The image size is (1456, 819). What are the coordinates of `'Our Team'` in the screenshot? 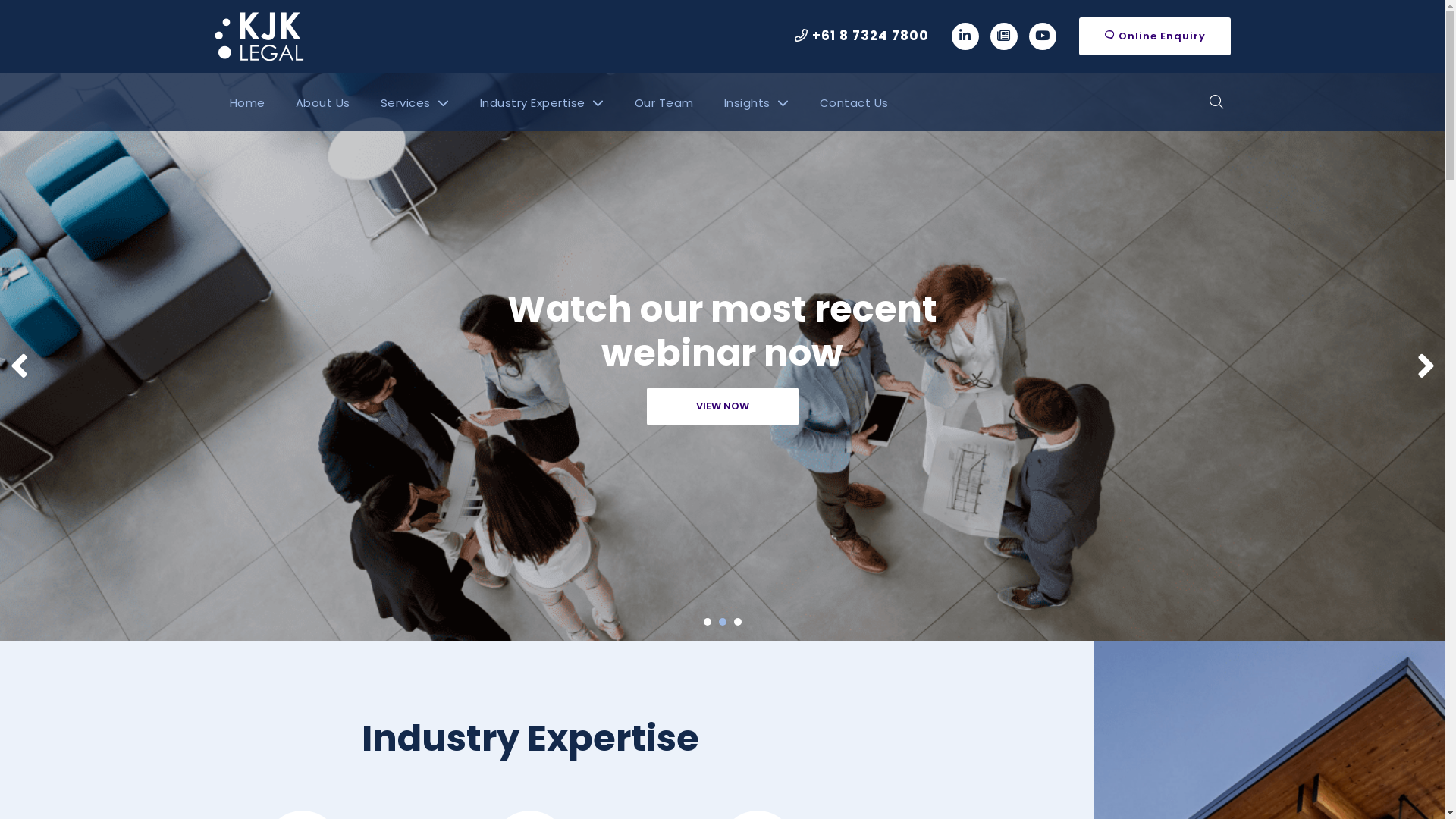 It's located at (663, 102).